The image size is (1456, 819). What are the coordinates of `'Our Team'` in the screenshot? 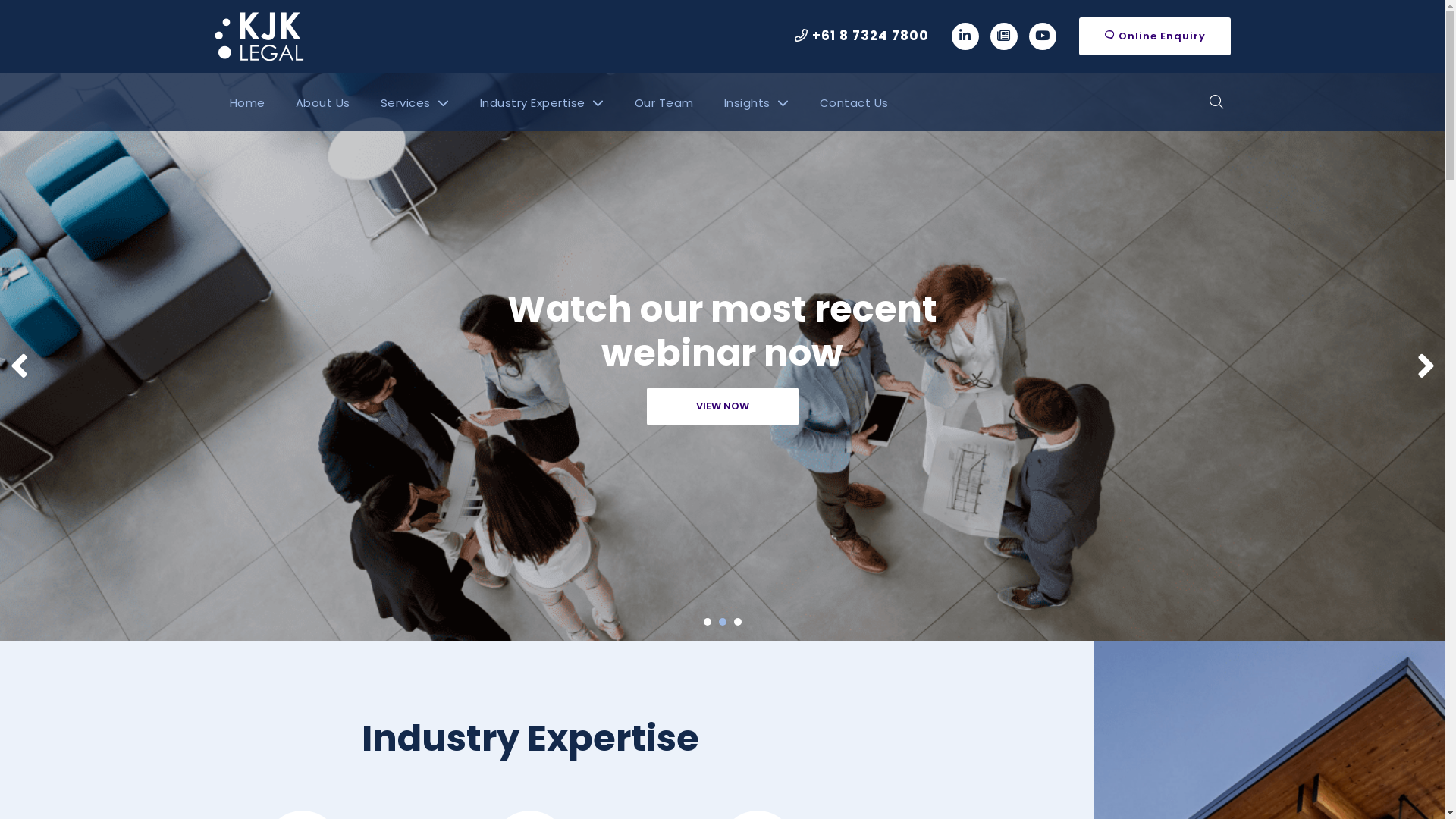 It's located at (663, 102).